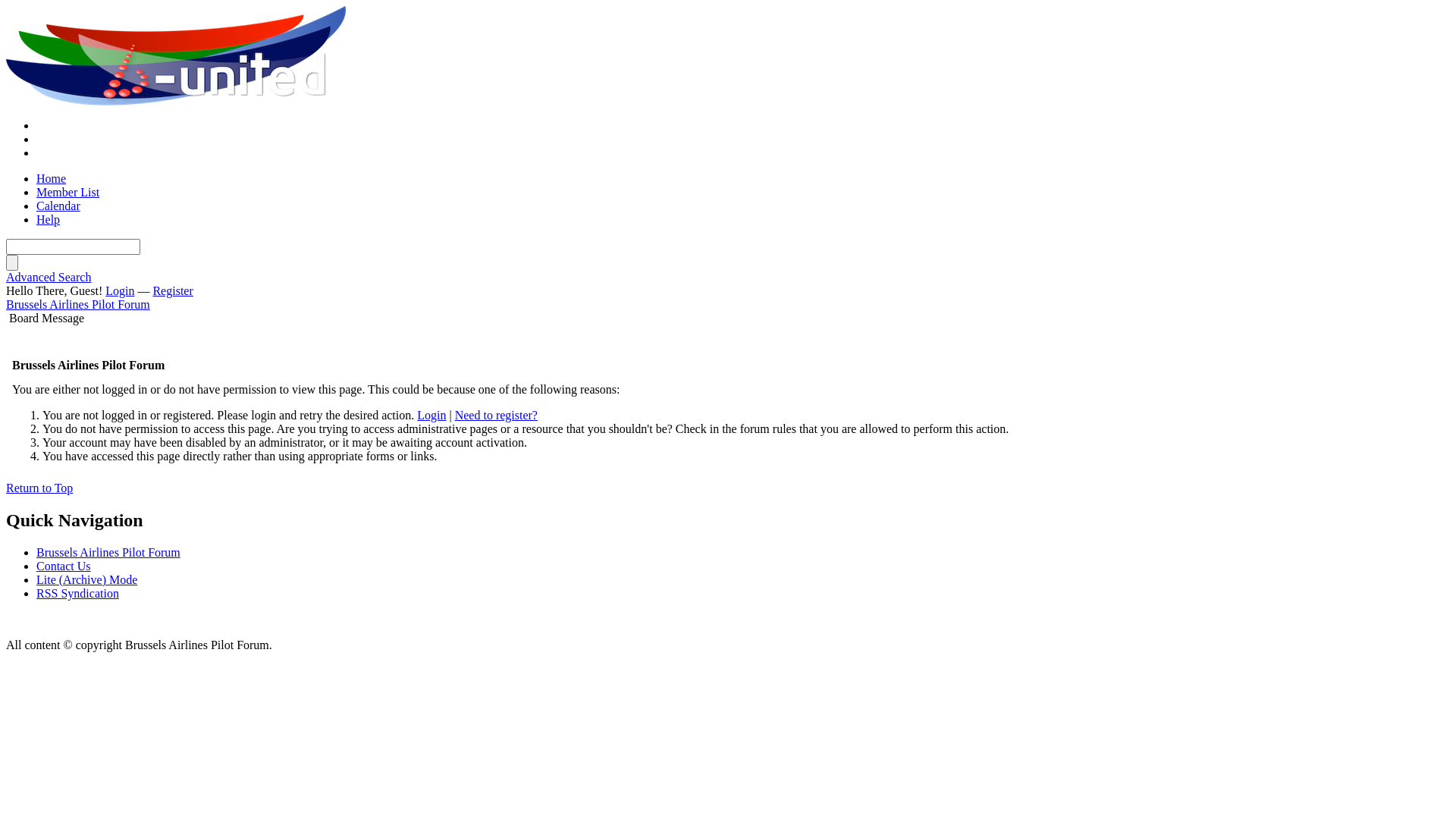  Describe the element at coordinates (36, 219) in the screenshot. I see `'Help'` at that location.